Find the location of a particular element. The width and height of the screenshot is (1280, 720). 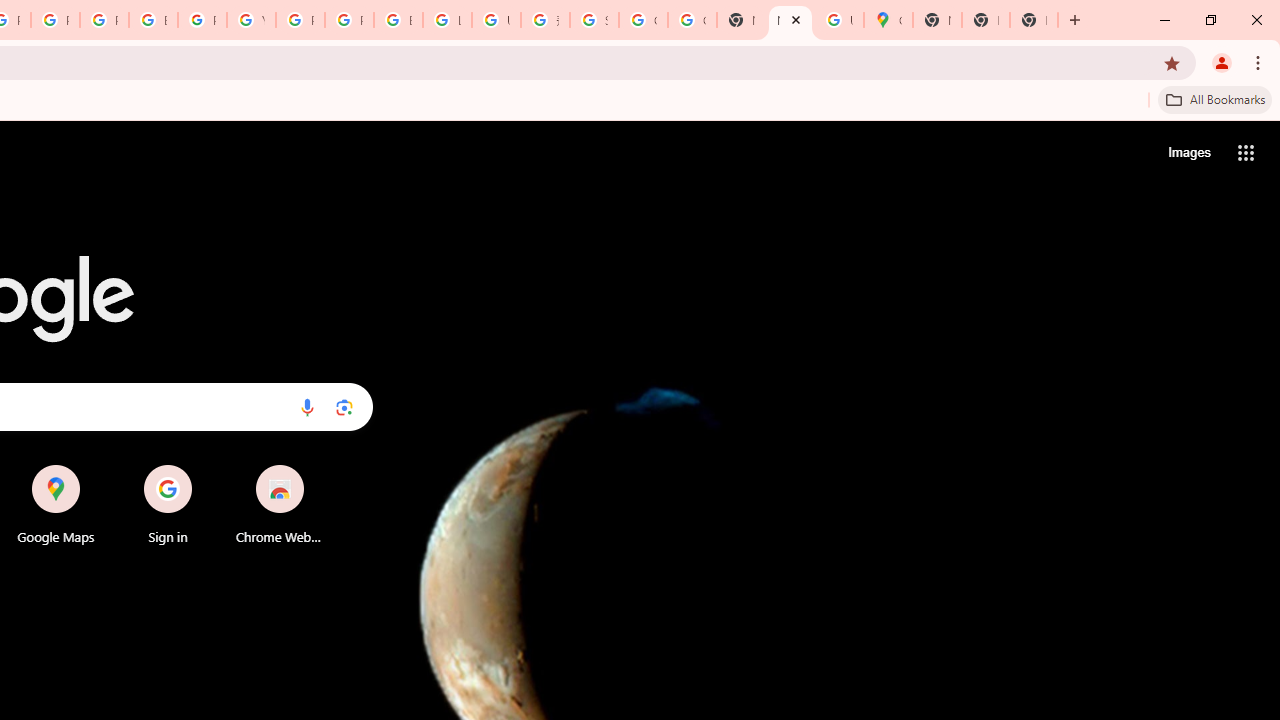

'Google Maps' is located at coordinates (887, 20).